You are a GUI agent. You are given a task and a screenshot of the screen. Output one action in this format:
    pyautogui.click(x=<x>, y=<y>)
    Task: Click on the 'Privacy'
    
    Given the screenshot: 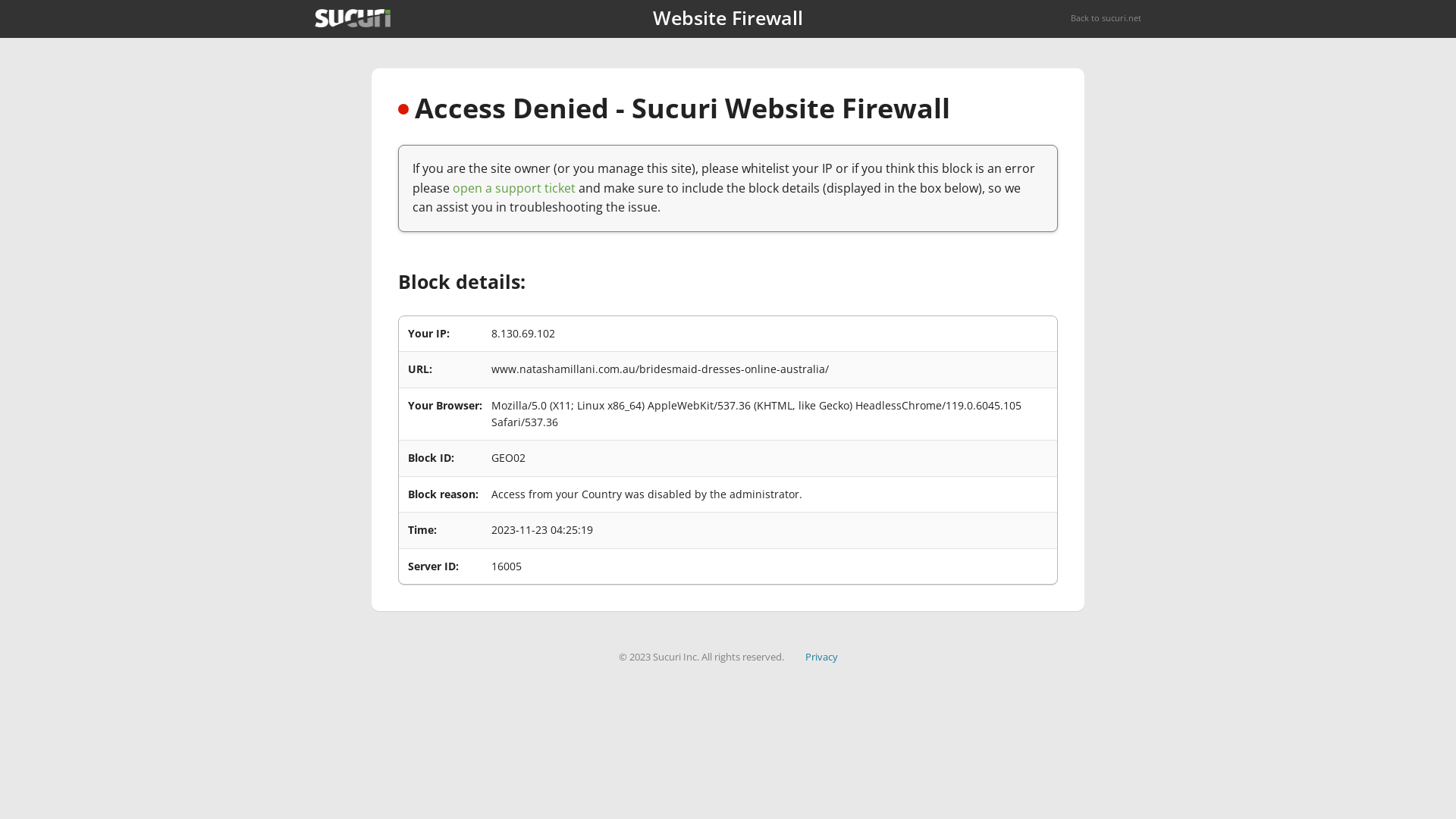 What is the action you would take?
    pyautogui.click(x=804, y=656)
    